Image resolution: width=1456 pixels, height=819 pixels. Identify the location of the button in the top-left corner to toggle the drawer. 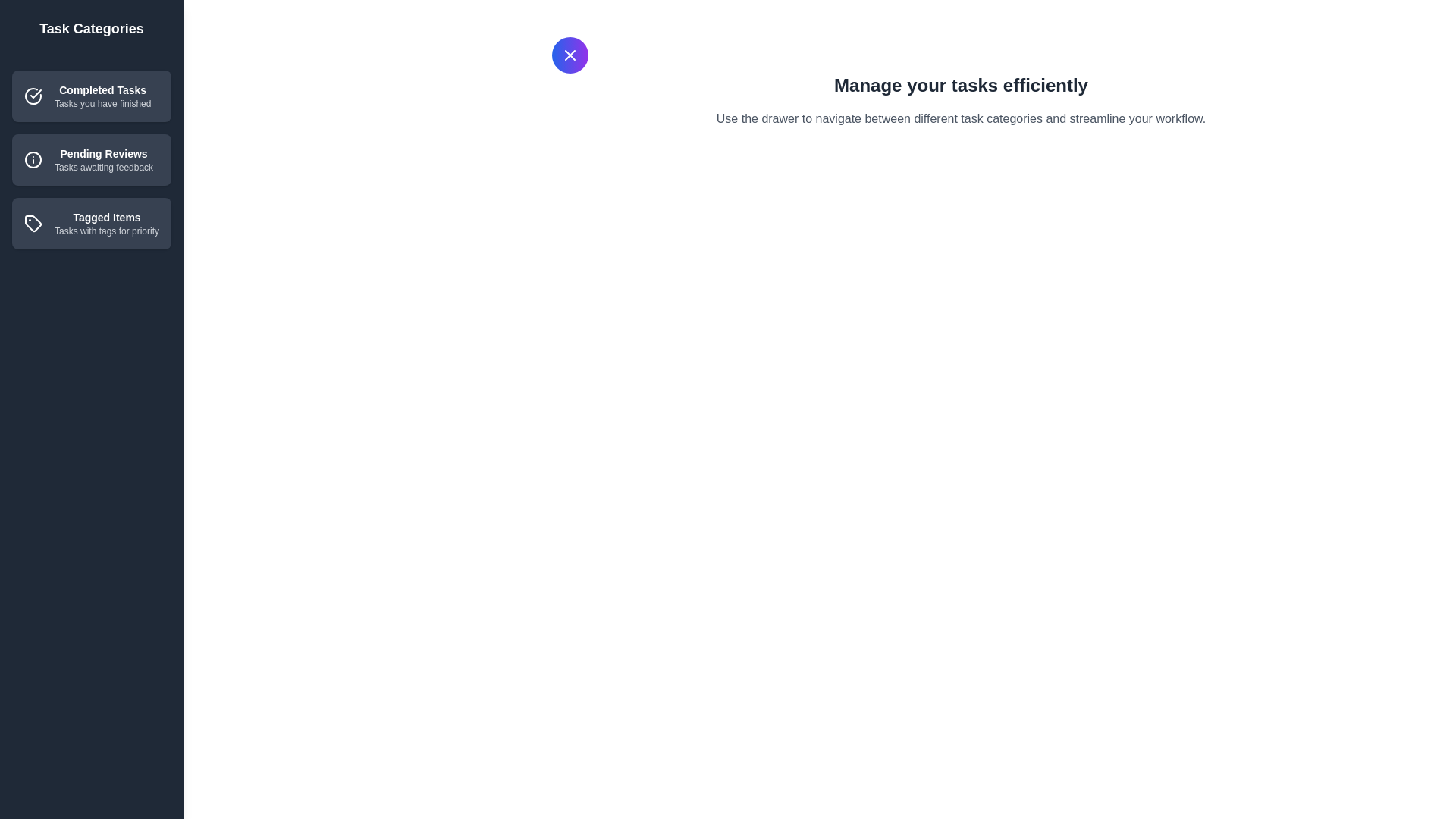
(570, 55).